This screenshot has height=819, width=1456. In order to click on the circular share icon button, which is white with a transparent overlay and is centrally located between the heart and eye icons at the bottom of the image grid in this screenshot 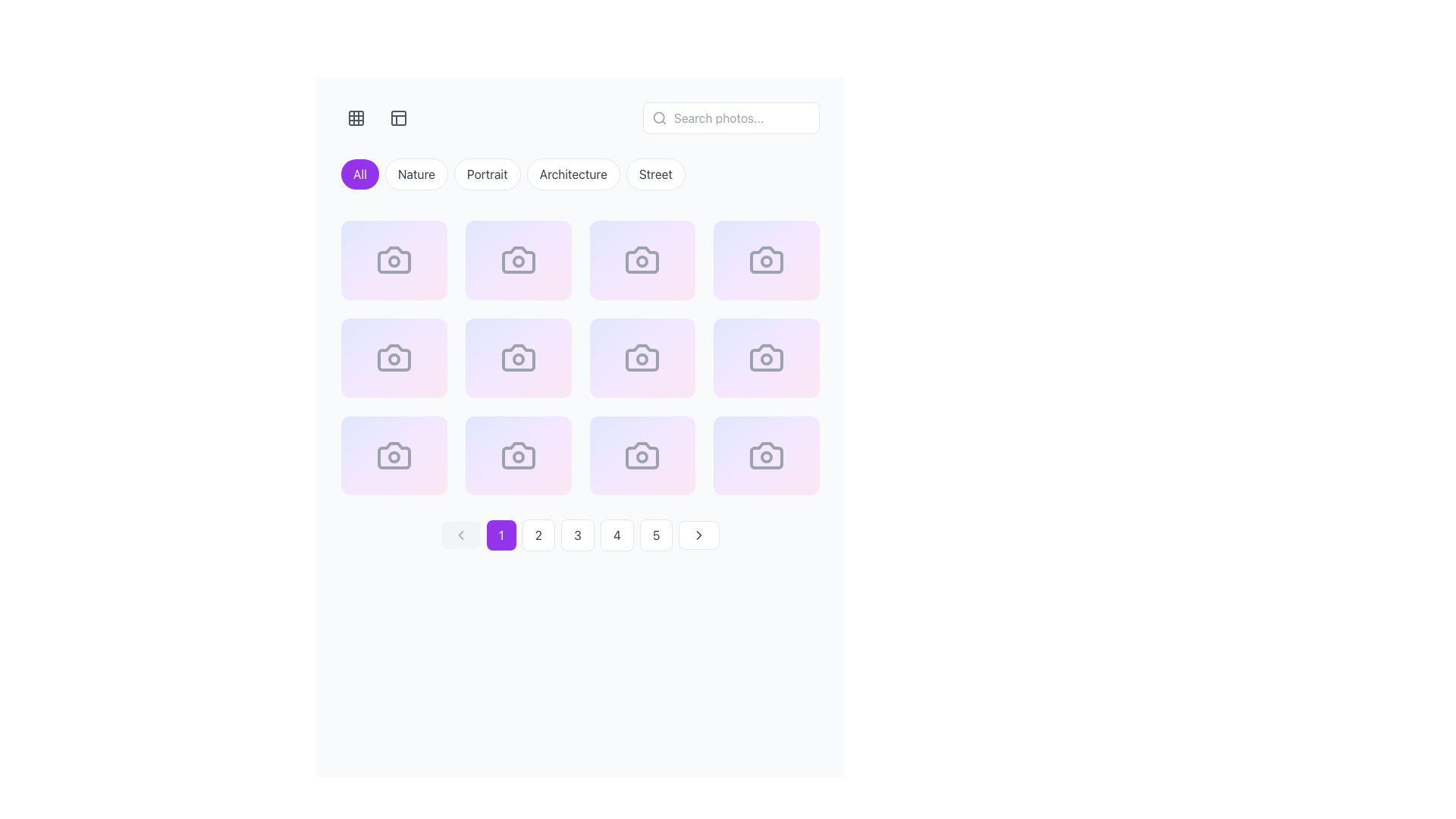, I will do `click(649, 469)`.